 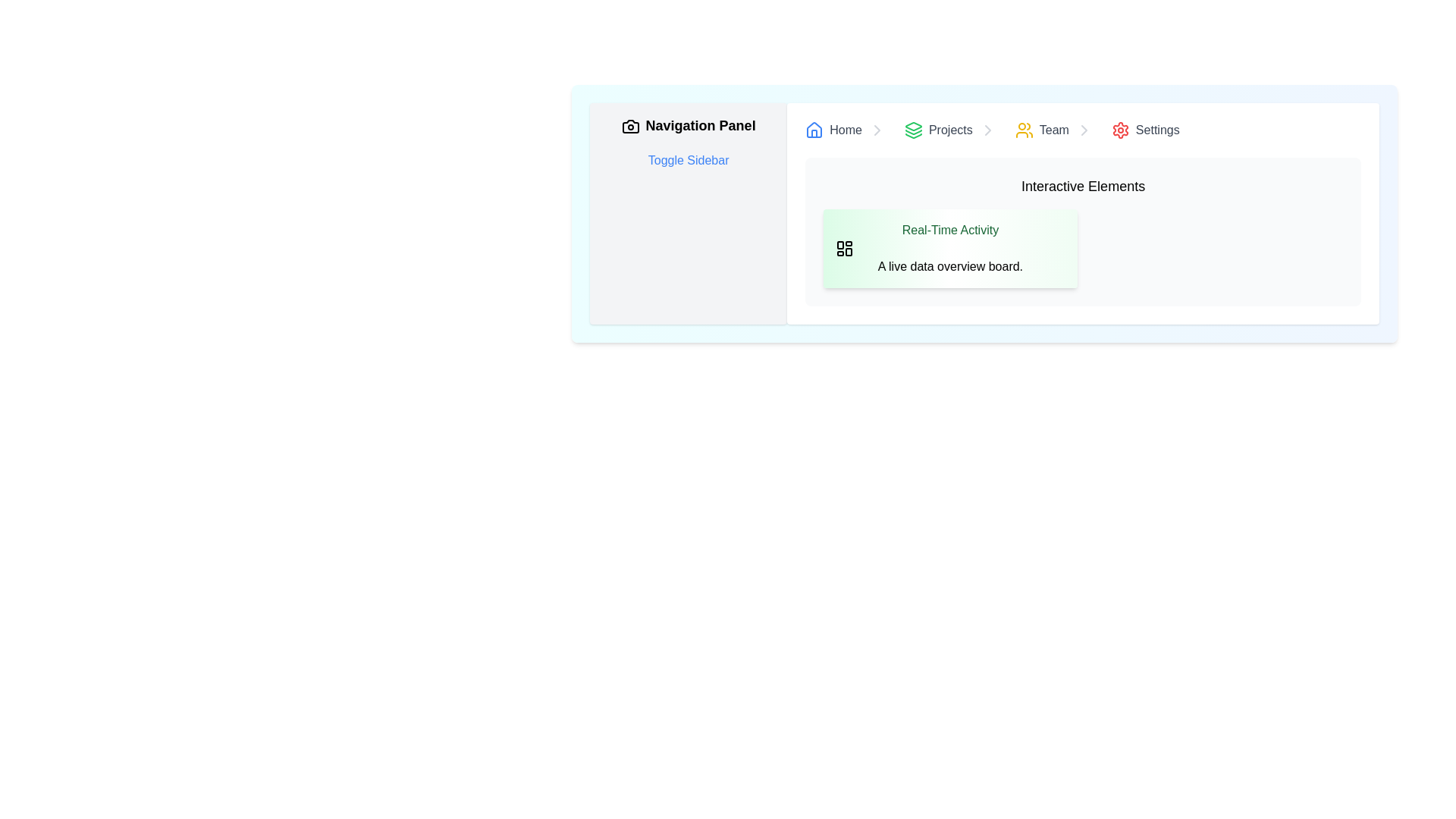 I want to click on the breadcrumb navigation bar, so click(x=1082, y=130).